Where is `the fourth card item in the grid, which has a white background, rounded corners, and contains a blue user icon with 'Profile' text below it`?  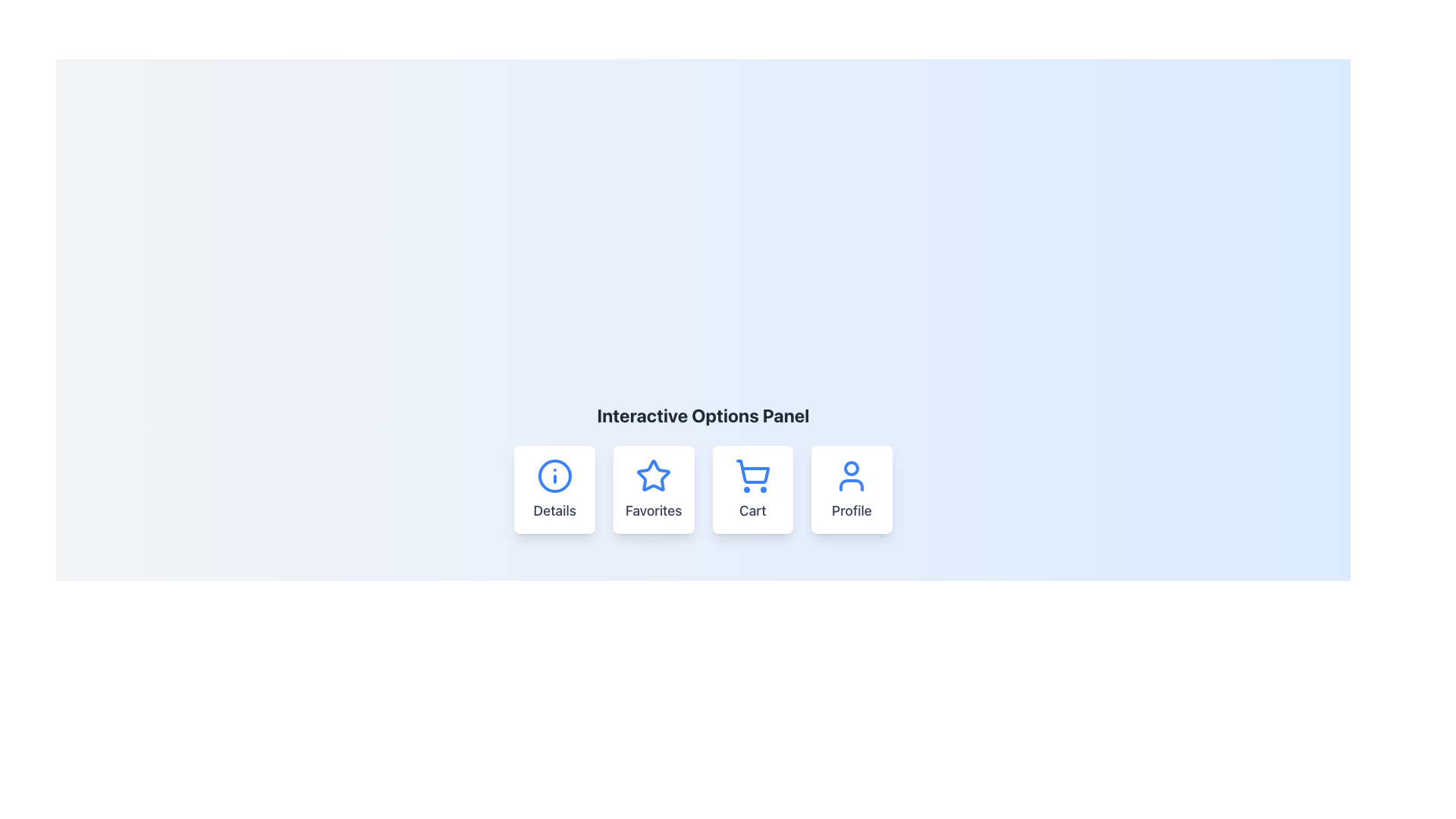 the fourth card item in the grid, which has a white background, rounded corners, and contains a blue user icon with 'Profile' text below it is located at coordinates (852, 489).